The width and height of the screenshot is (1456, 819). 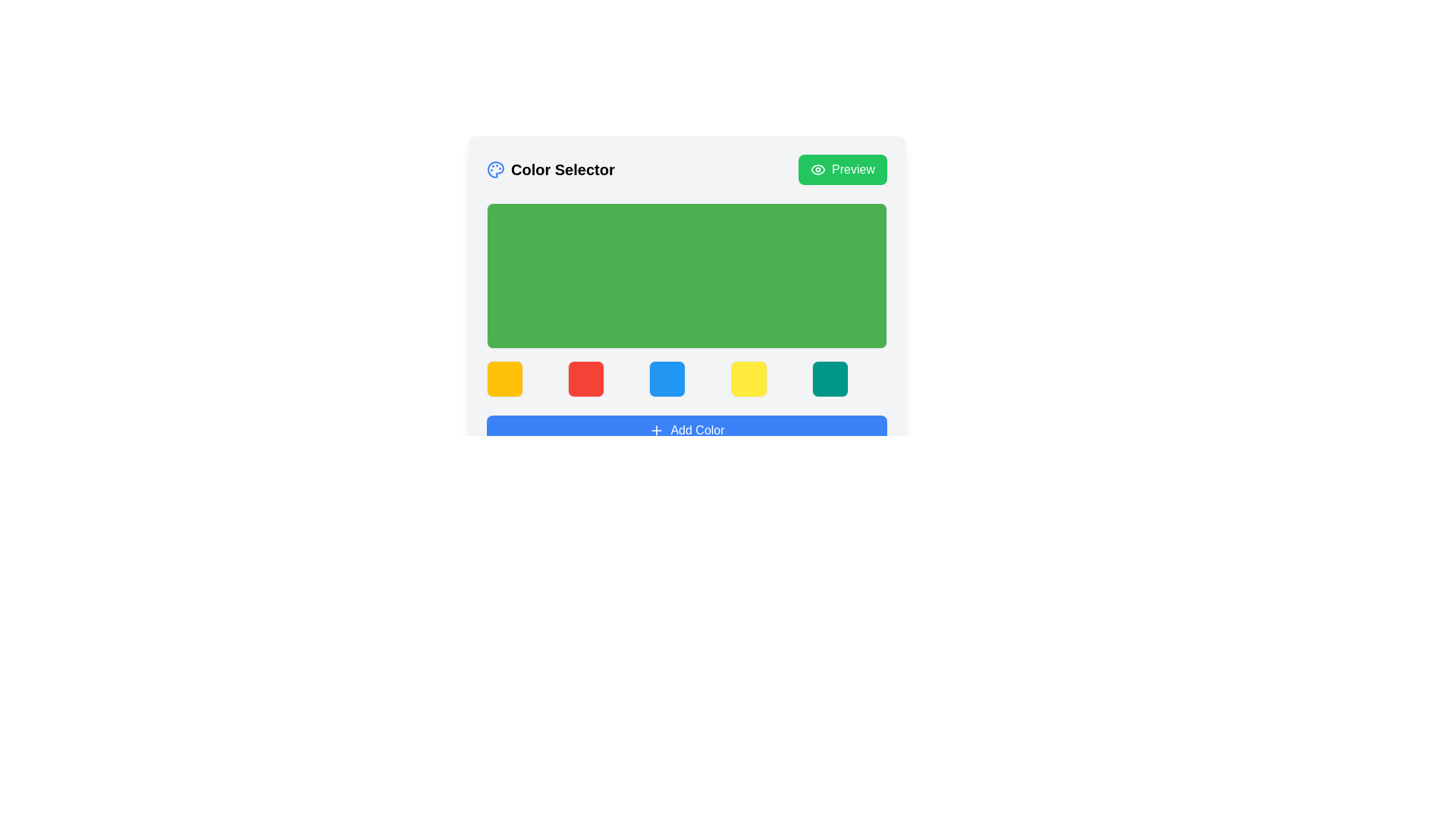 What do you see at coordinates (495, 169) in the screenshot?
I see `the oval outline part of the palette icon located in the top-left corner of the interface near the 'Color Selector' title` at bounding box center [495, 169].